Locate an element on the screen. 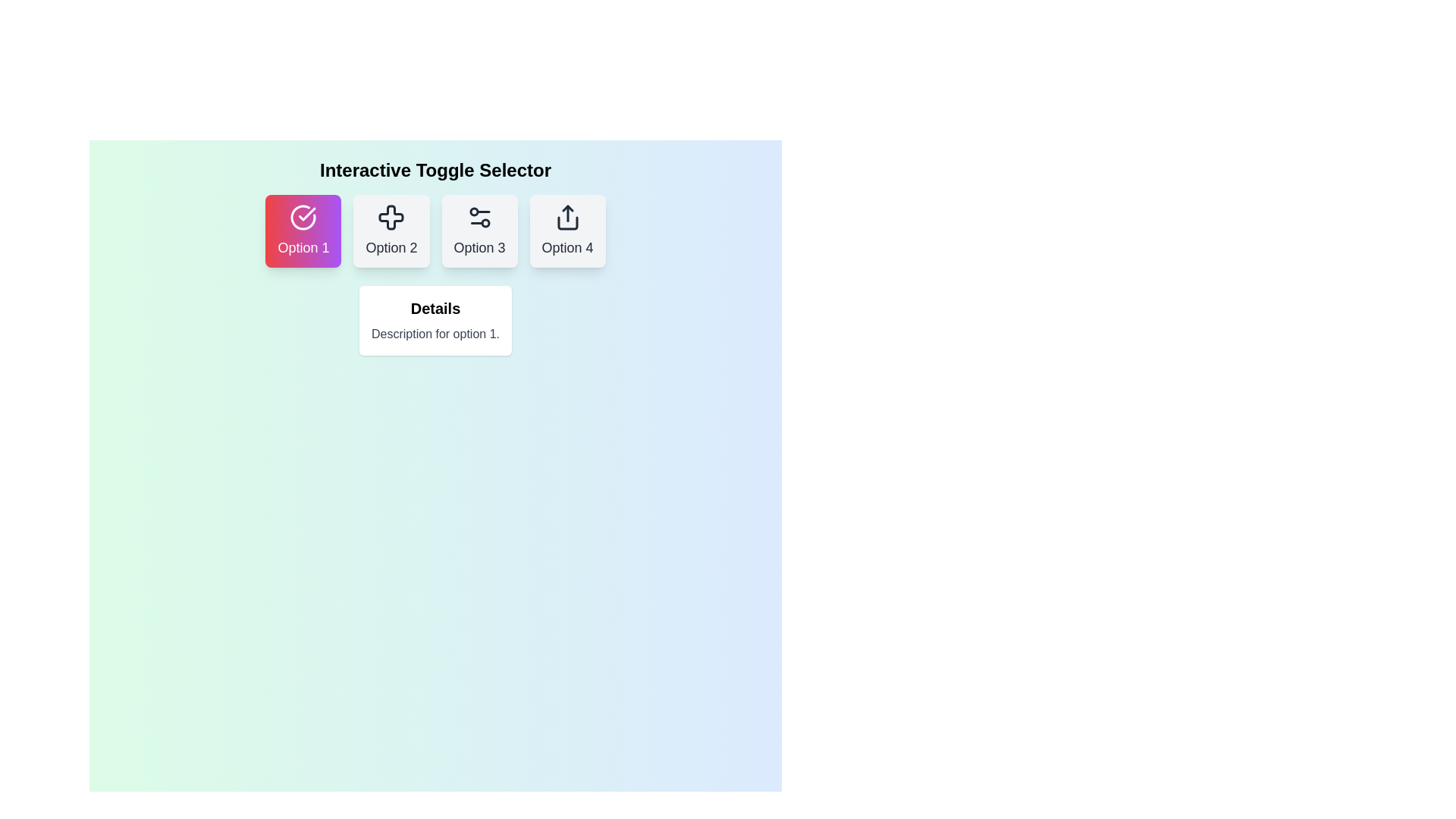 This screenshot has height=819, width=1456. the button corresponding to Option 1 to display its description is located at coordinates (303, 231).